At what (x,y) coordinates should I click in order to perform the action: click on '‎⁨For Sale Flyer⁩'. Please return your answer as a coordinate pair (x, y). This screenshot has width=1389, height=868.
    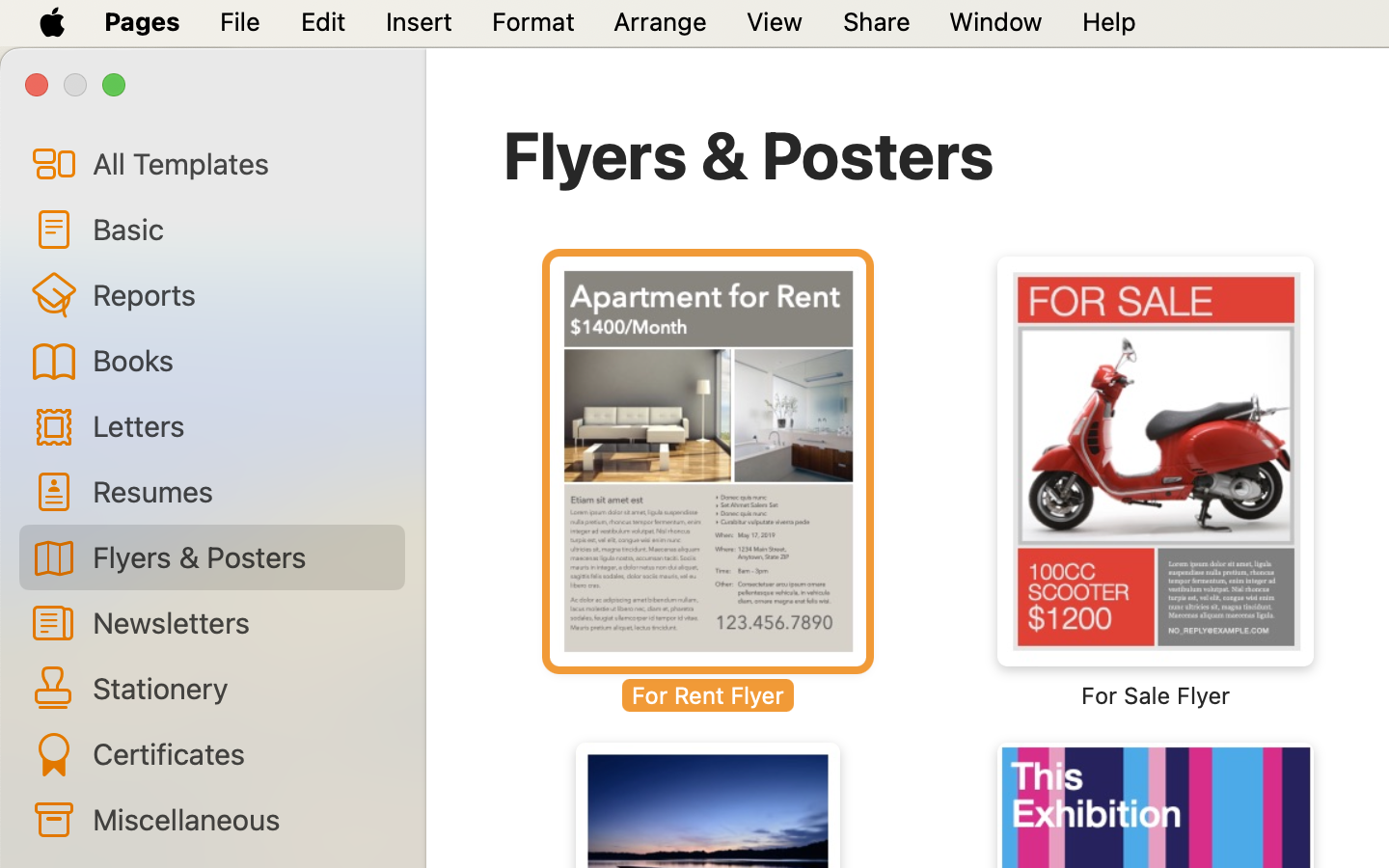
    Looking at the image, I should click on (1155, 482).